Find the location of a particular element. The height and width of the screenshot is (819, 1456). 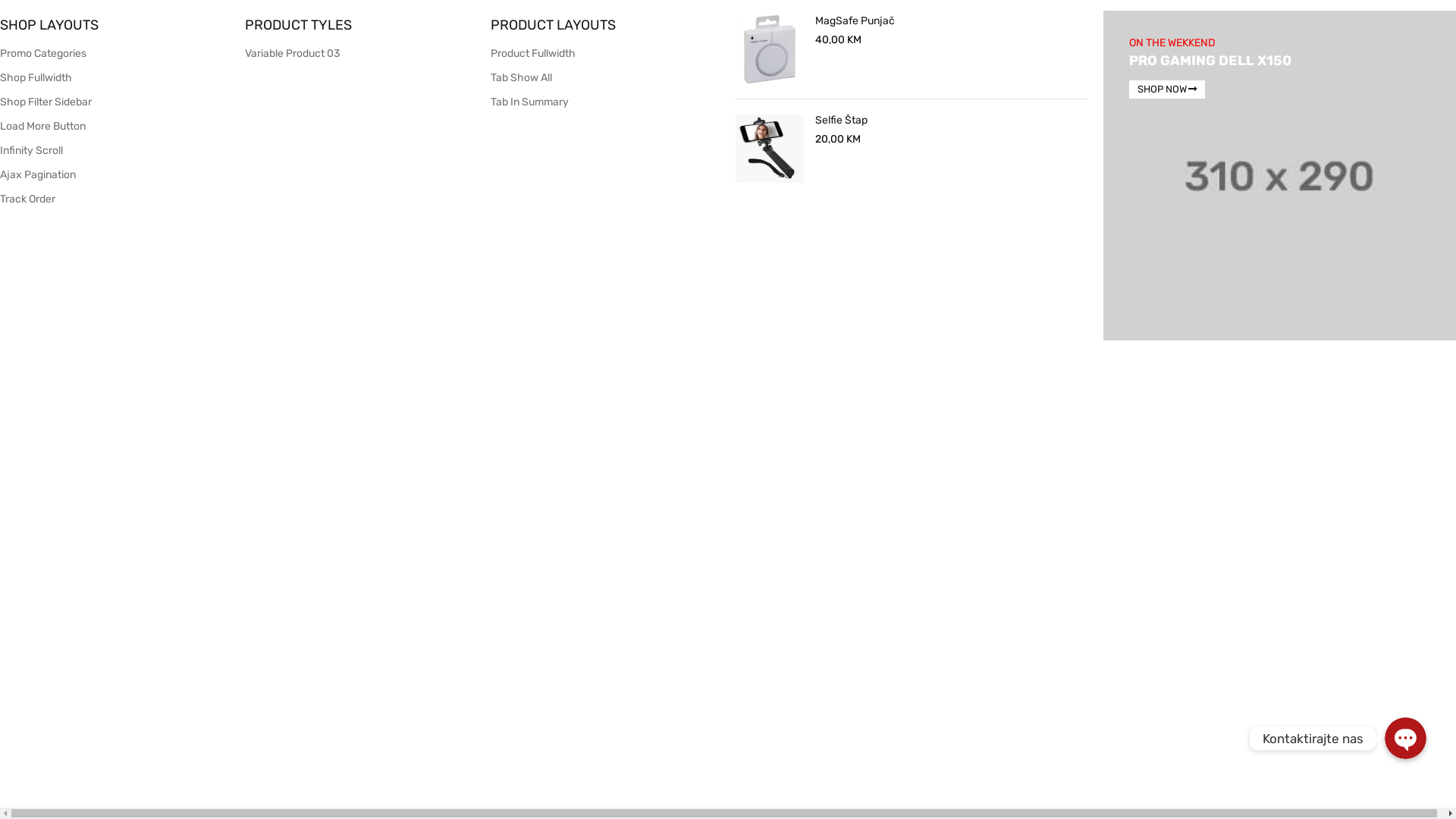

'Variable Product 03' is located at coordinates (292, 52).